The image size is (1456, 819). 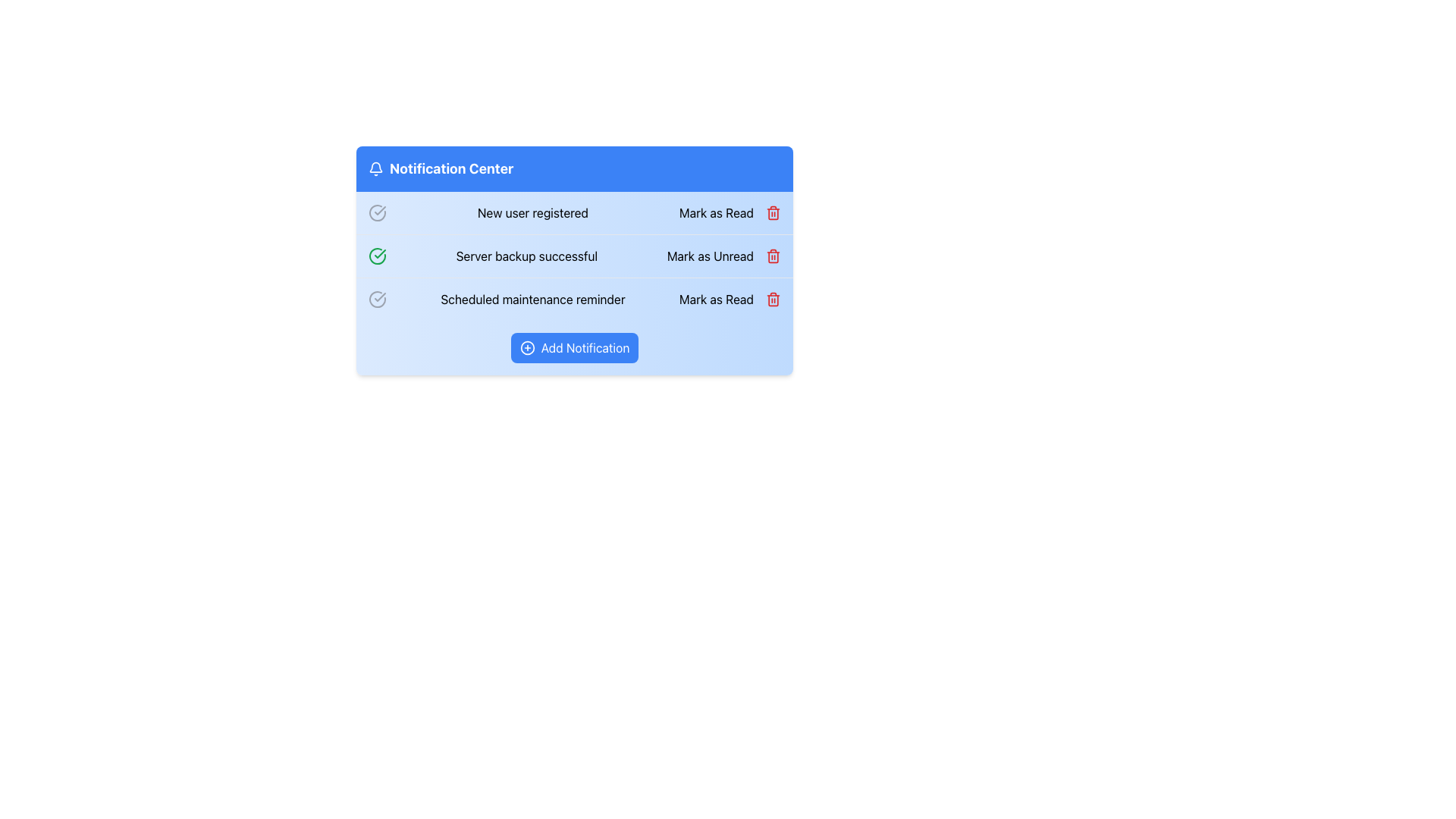 I want to click on the green circular icon with a checkmark inside, which indicates the status of 'Server backup successful' in the Notification Center, located in the second row as the leftmost icon, so click(x=378, y=256).